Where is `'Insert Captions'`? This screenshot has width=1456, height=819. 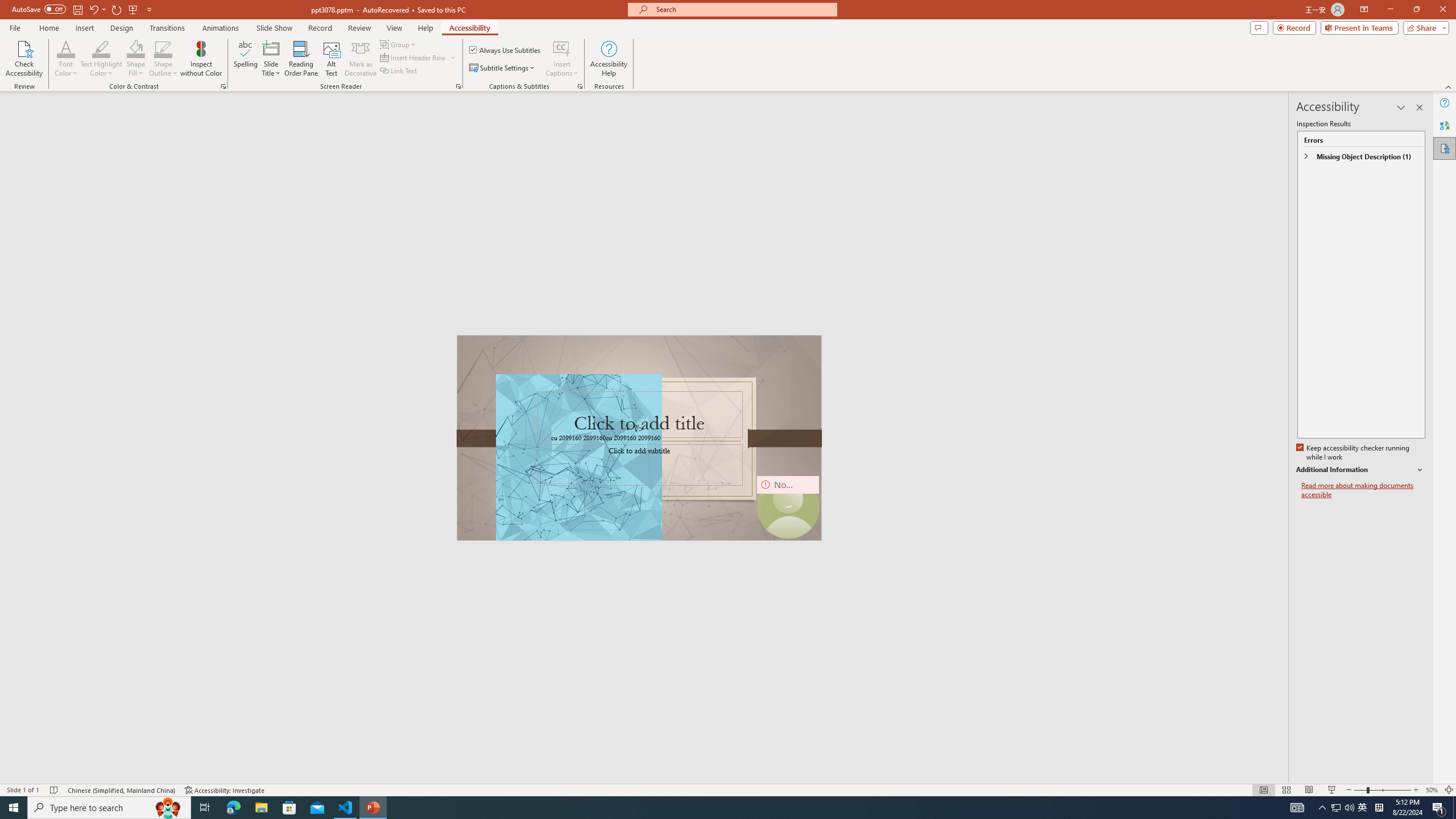
'Insert Captions' is located at coordinates (561, 48).